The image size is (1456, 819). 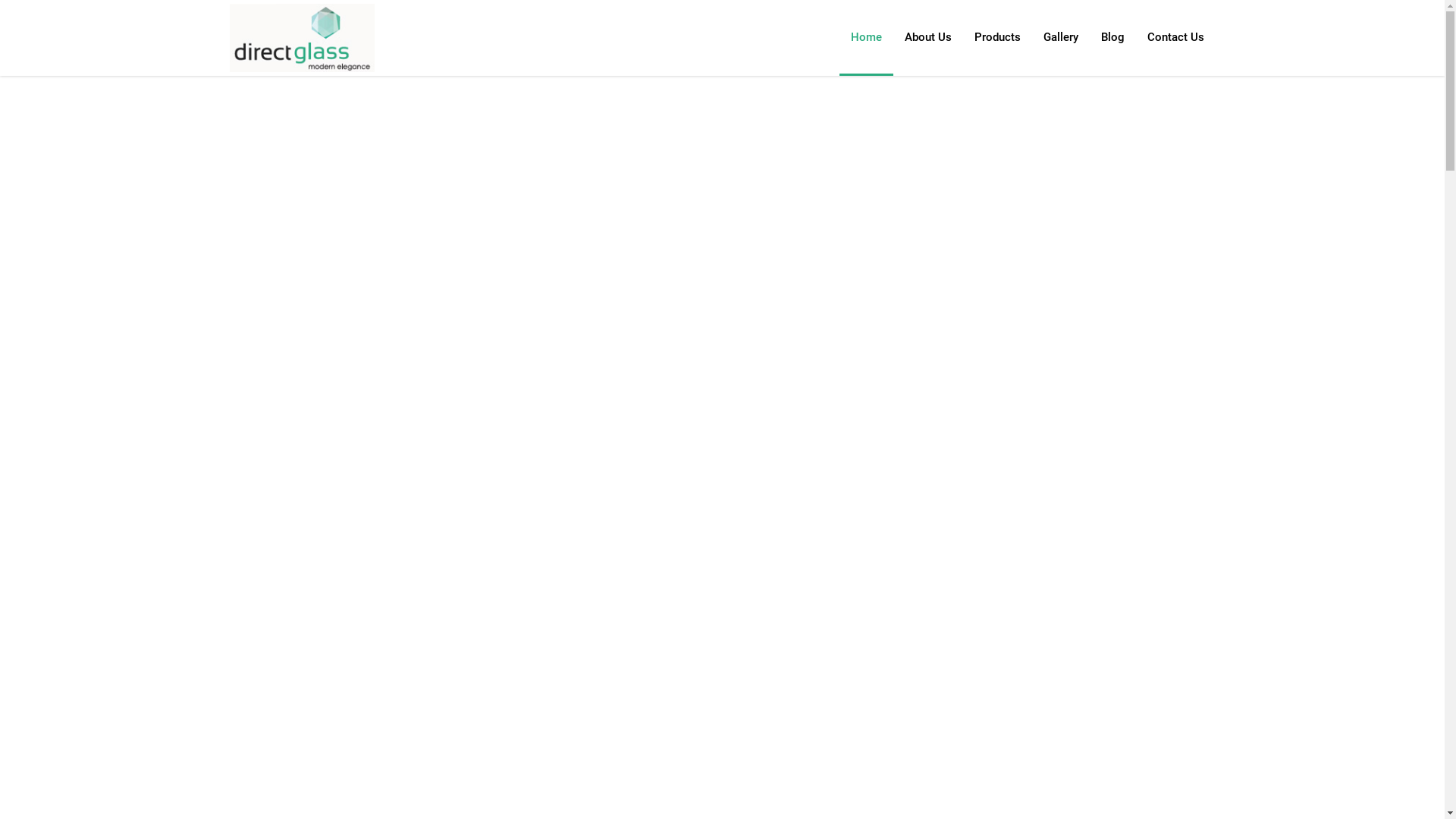 What do you see at coordinates (865, 37) in the screenshot?
I see `'Home'` at bounding box center [865, 37].